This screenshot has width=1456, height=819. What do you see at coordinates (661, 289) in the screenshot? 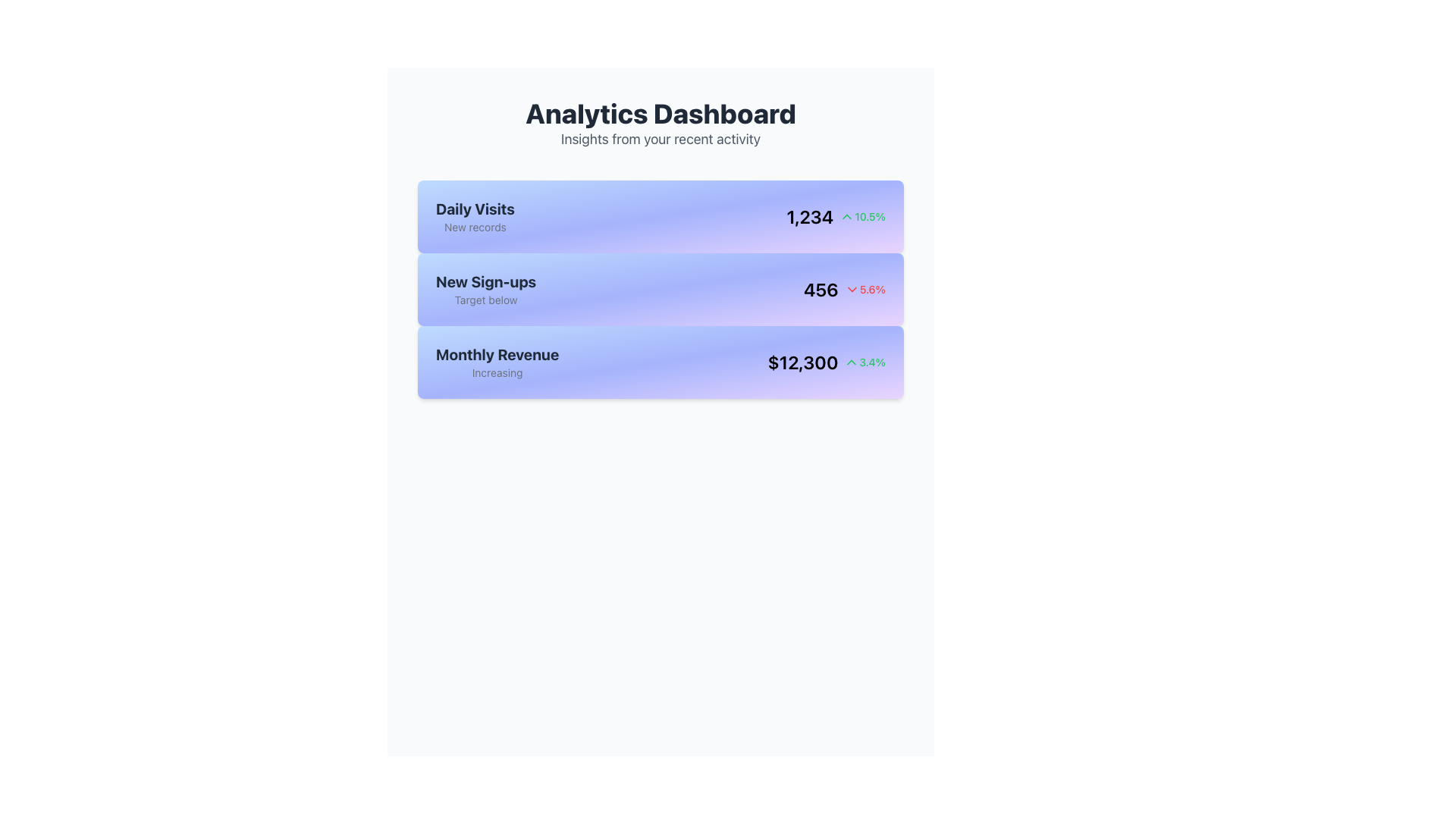
I see `the metrics displayed on the informational card about 'New Sign-ups', which is the second card in a vertical stack of three cards` at bounding box center [661, 289].